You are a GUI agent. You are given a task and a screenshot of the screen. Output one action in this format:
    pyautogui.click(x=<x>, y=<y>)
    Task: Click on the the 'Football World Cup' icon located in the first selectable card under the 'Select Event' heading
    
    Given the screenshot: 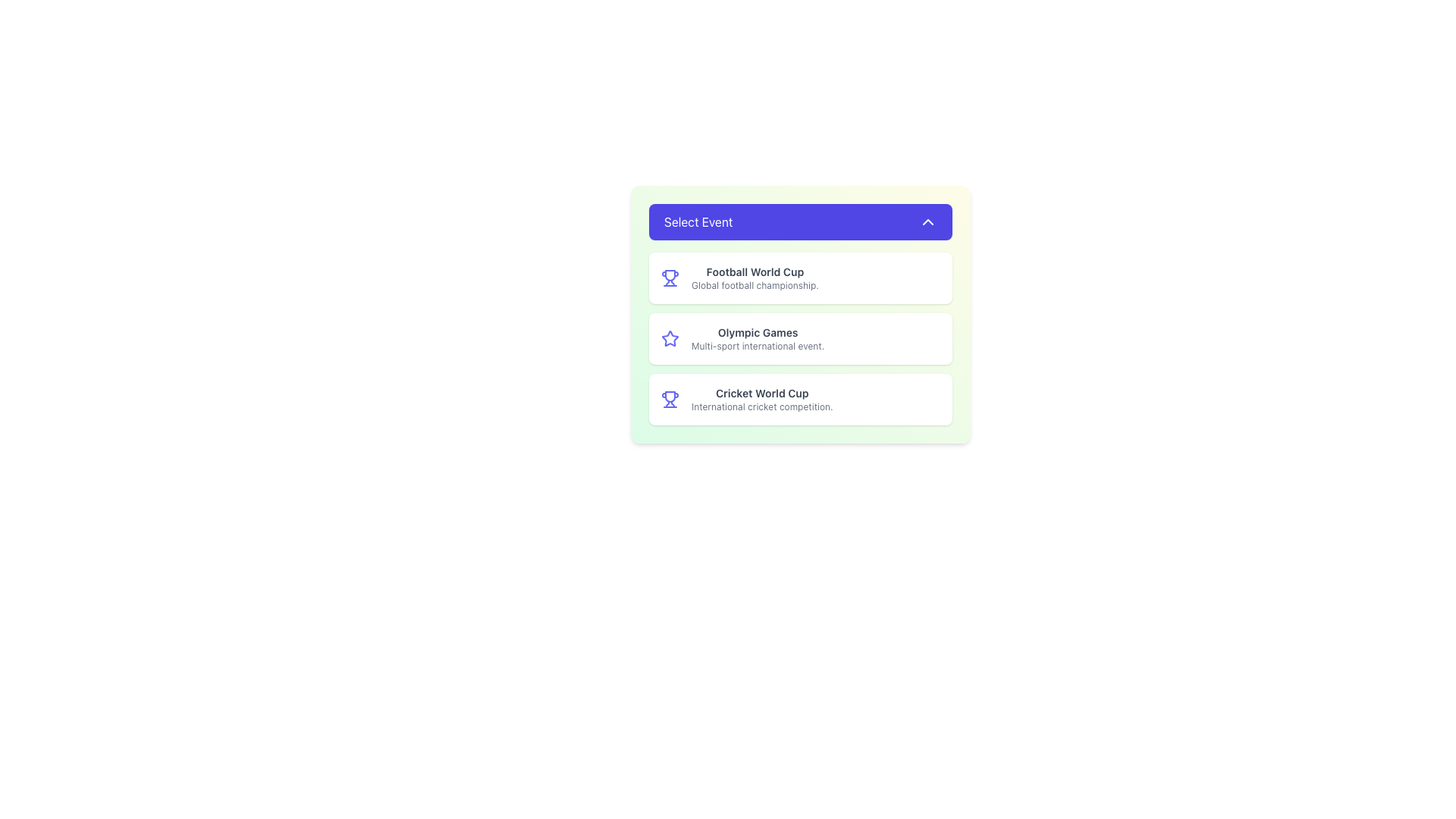 What is the action you would take?
    pyautogui.click(x=669, y=278)
    